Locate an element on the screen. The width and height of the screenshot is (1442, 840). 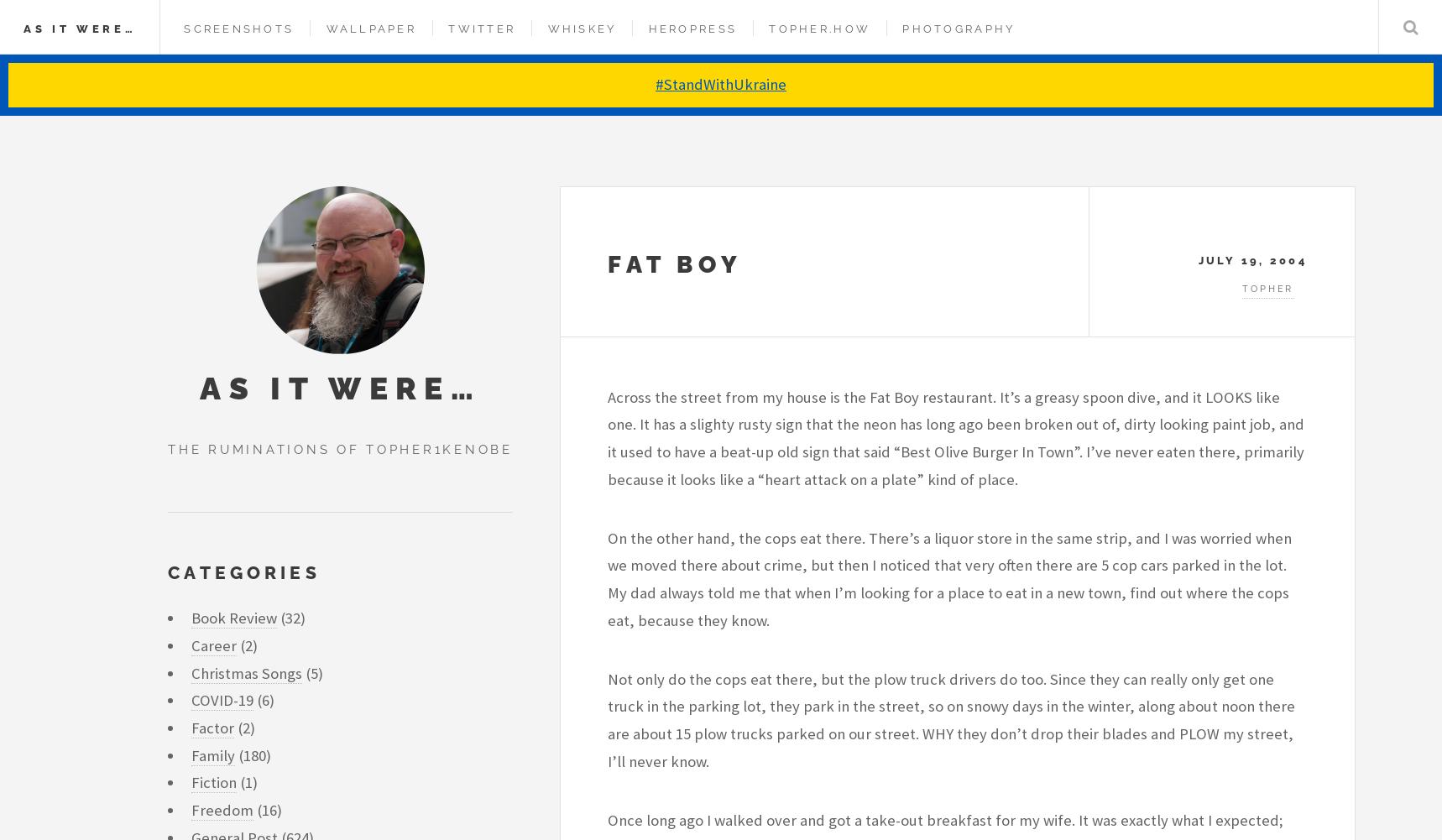
'(1)' is located at coordinates (236, 781).